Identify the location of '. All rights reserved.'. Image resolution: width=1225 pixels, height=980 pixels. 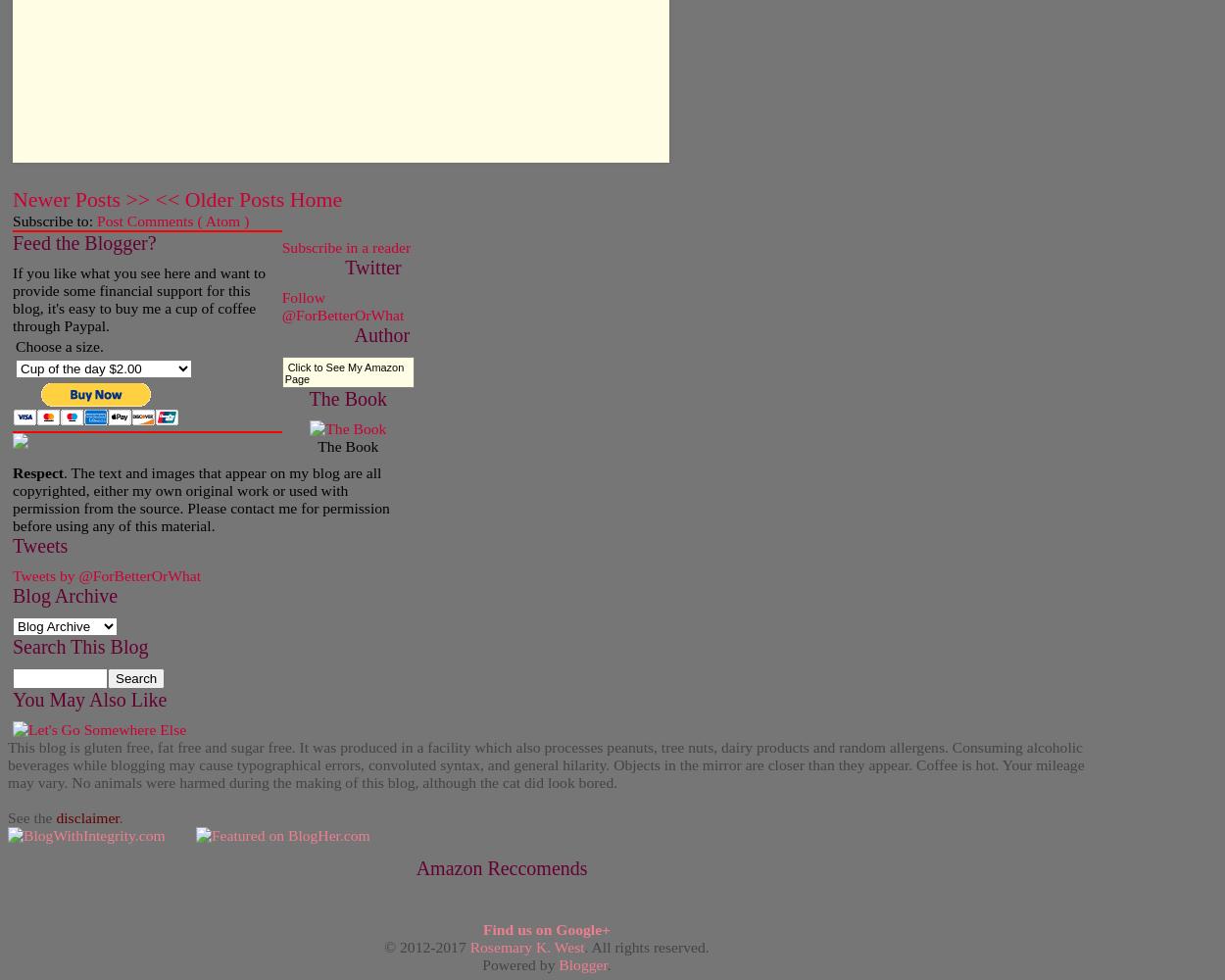
(583, 945).